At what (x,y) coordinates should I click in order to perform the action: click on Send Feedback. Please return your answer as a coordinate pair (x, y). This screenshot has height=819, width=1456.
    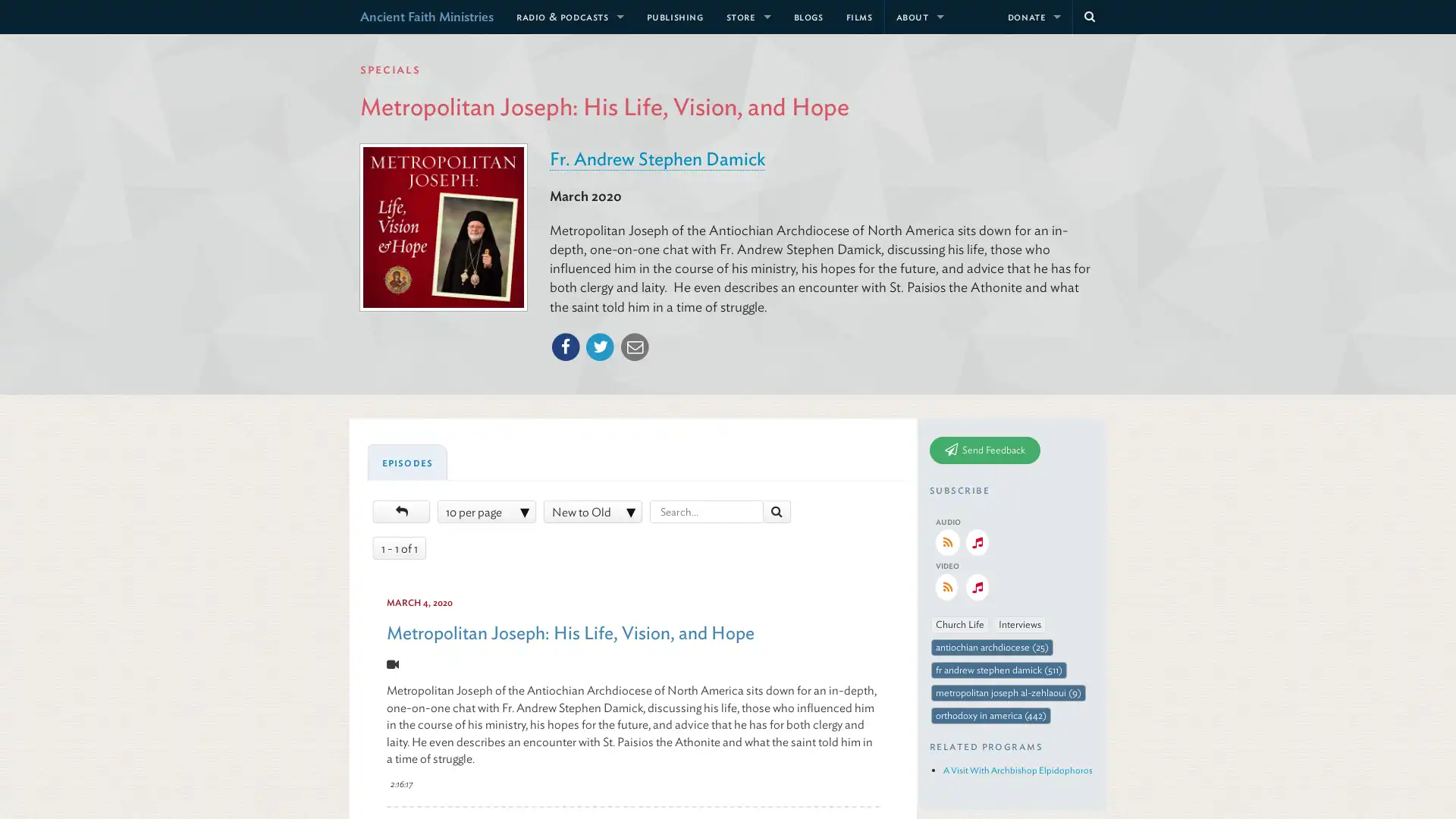
    Looking at the image, I should click on (985, 449).